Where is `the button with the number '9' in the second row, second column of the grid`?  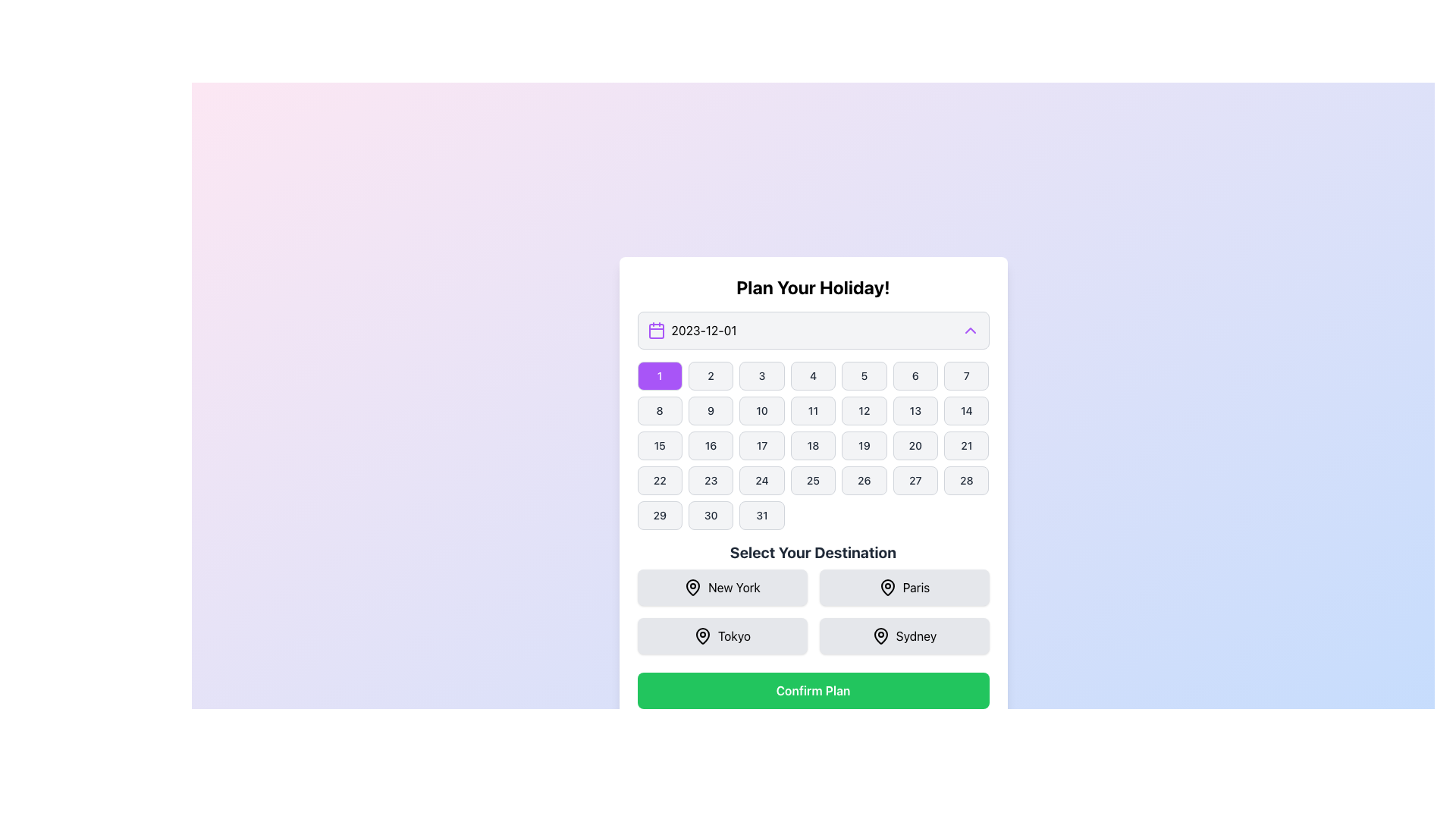
the button with the number '9' in the second row, second column of the grid is located at coordinates (710, 411).